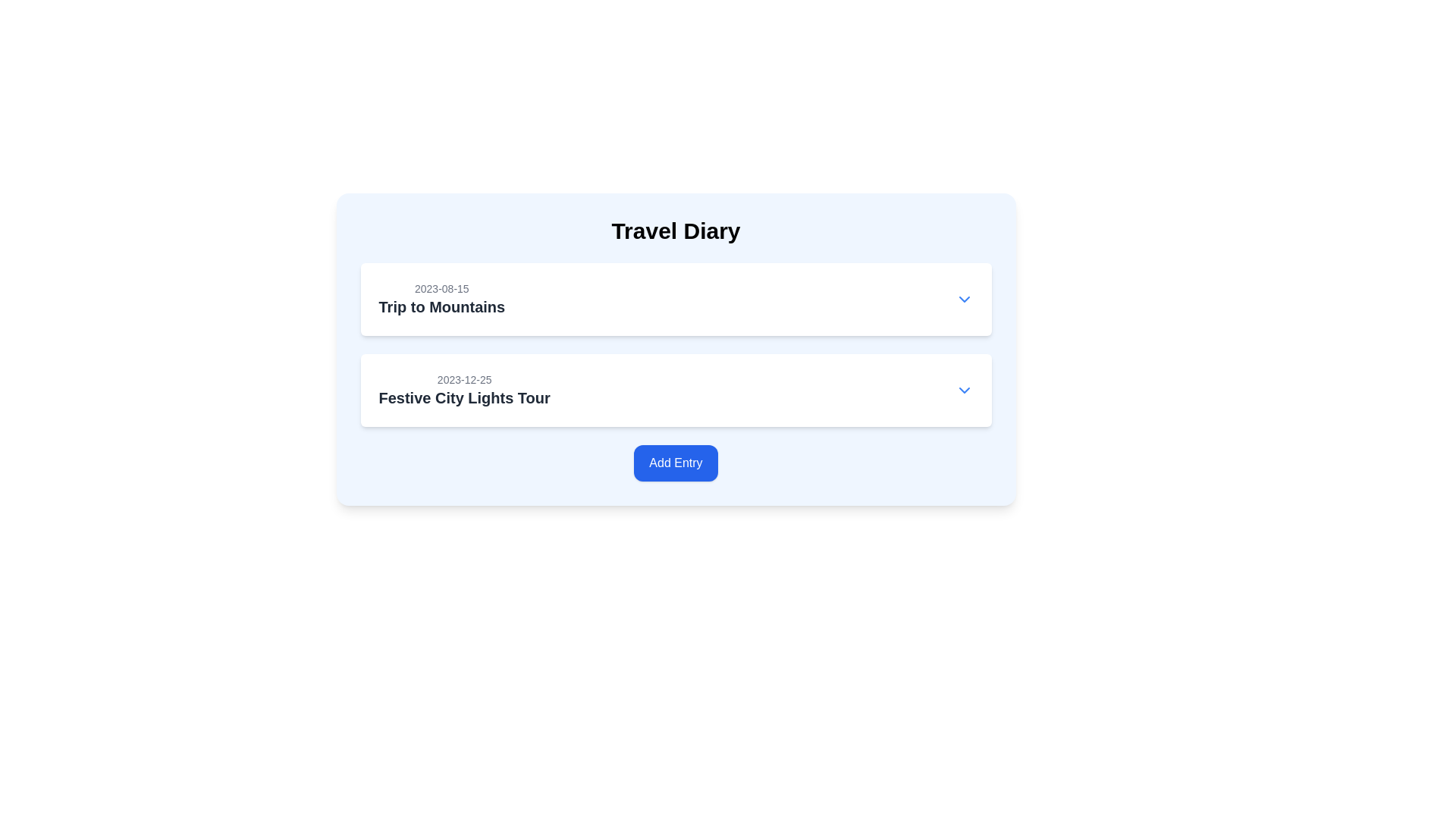 This screenshot has height=819, width=1456. Describe the element at coordinates (463, 379) in the screenshot. I see `date displayed in the text label associated with the event titled 'Festive City Lights Tour', located at the top-left corner of its containing block` at that location.